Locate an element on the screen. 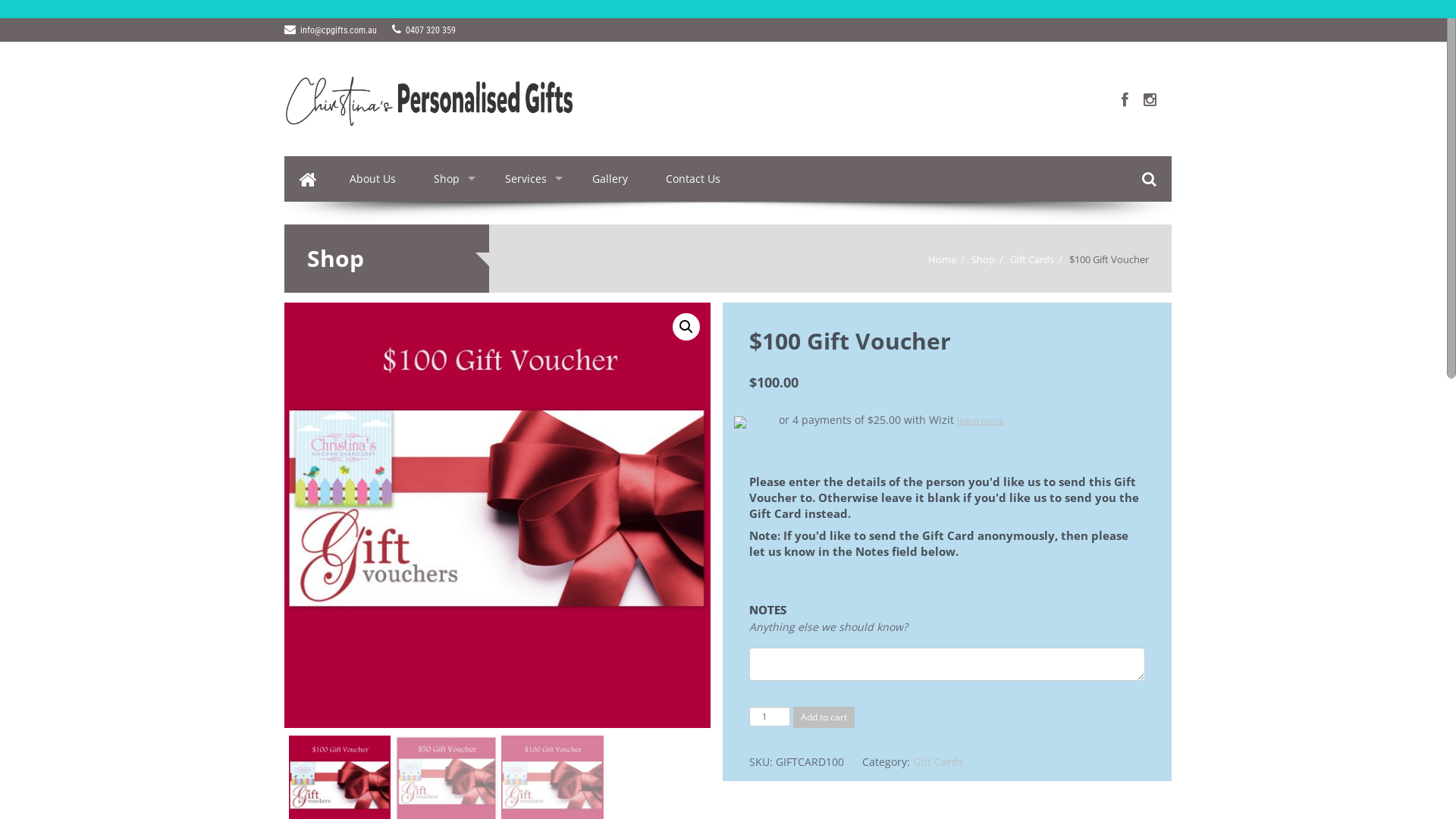  '  0407 320 359' is located at coordinates (423, 30).